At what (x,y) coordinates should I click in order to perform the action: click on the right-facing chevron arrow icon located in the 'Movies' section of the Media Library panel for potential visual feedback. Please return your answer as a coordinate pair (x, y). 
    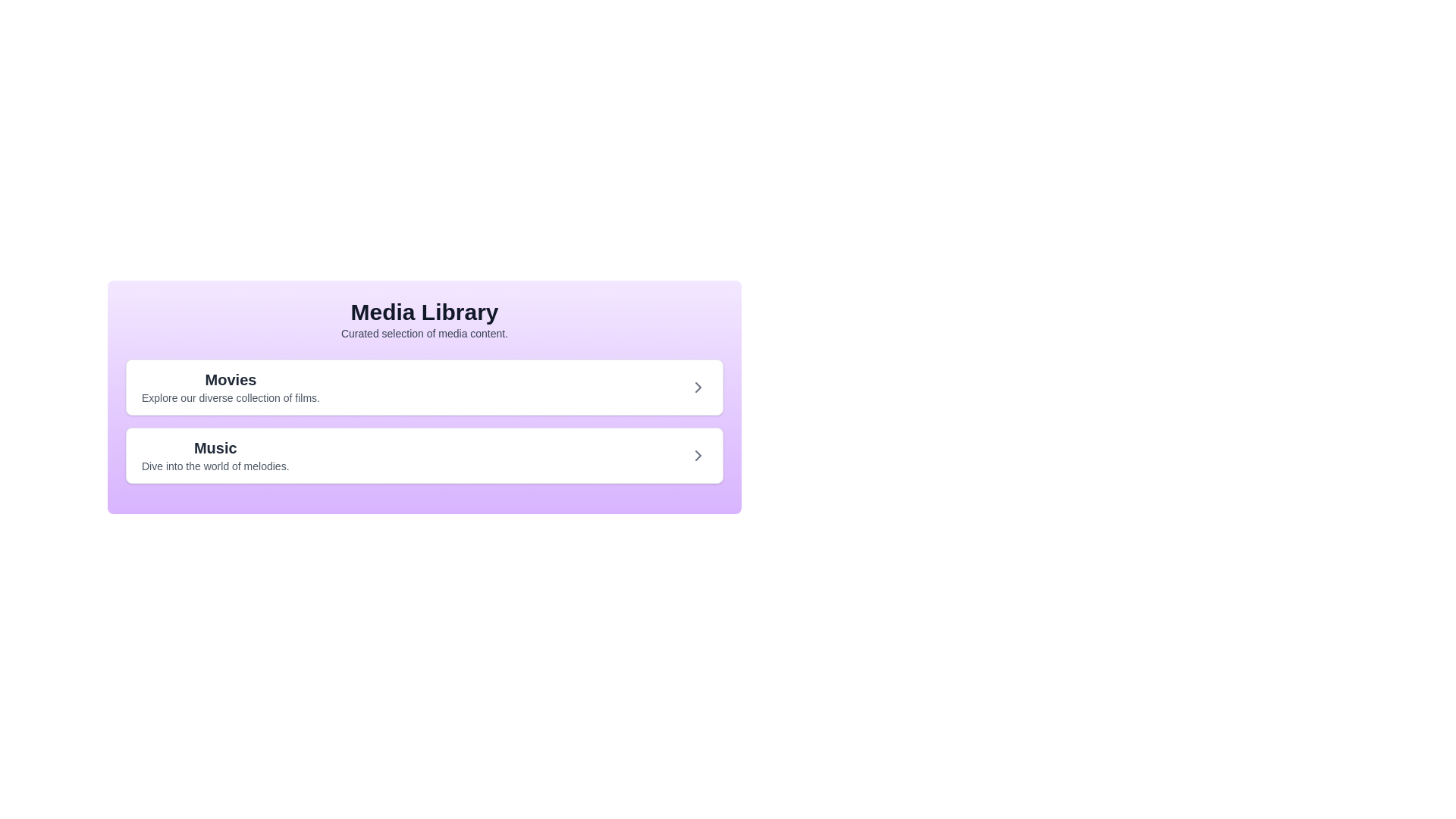
    Looking at the image, I should click on (698, 386).